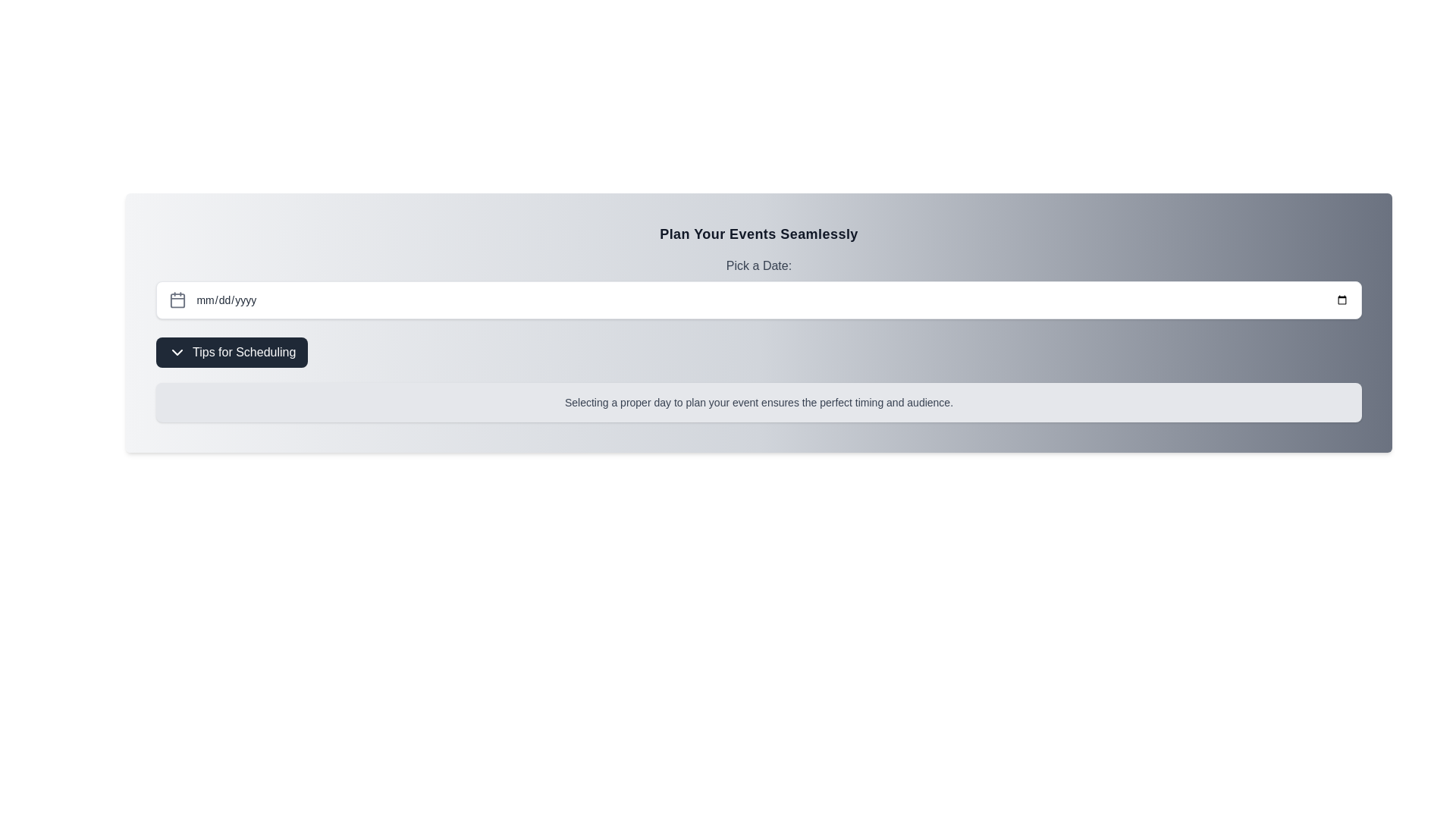 This screenshot has width=1456, height=819. What do you see at coordinates (177, 353) in the screenshot?
I see `the chevron icon for the collapsible dropdown menu located within the 'Tips for Scheduling' button` at bounding box center [177, 353].